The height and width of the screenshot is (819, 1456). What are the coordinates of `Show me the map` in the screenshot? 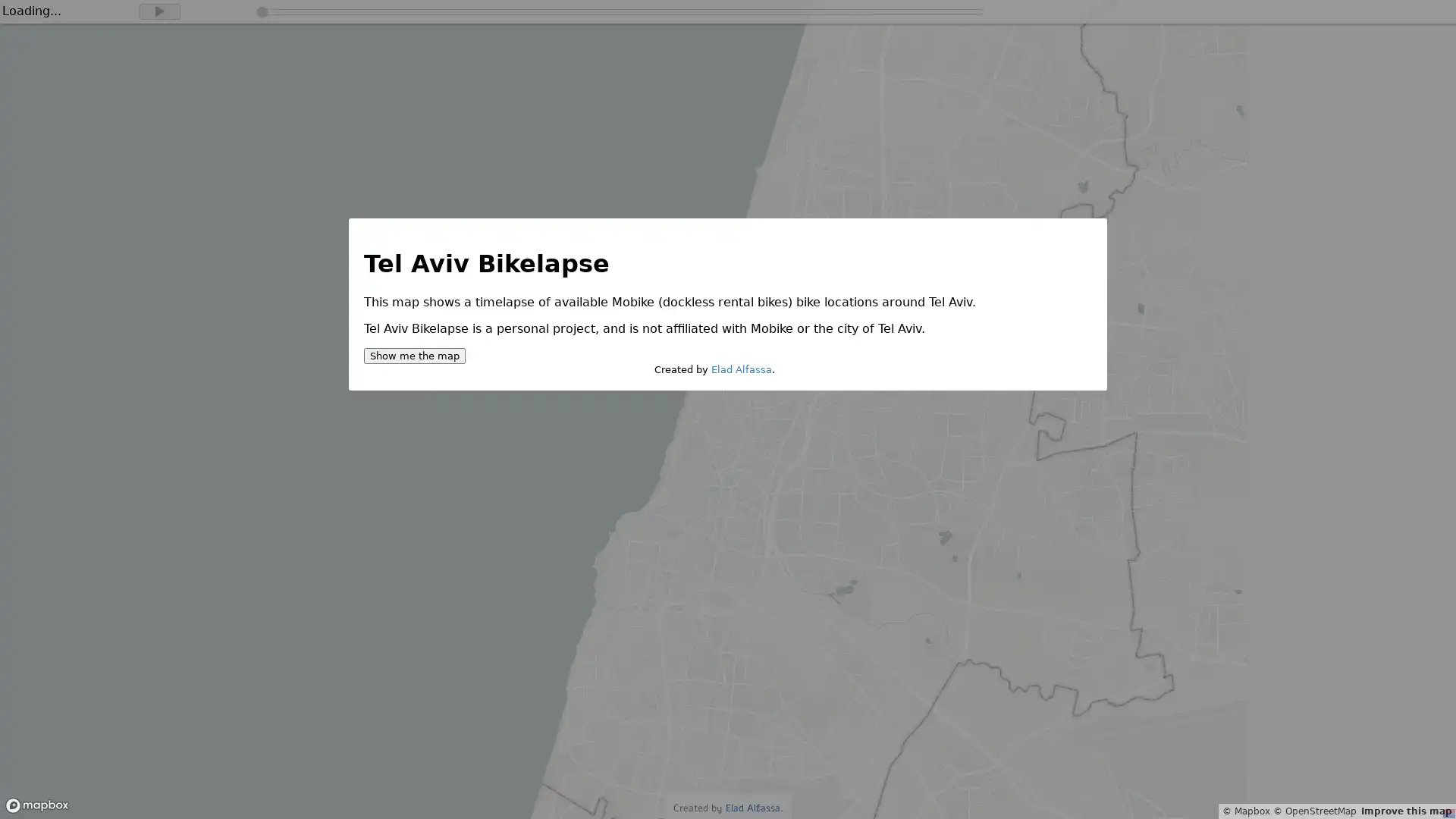 It's located at (415, 355).